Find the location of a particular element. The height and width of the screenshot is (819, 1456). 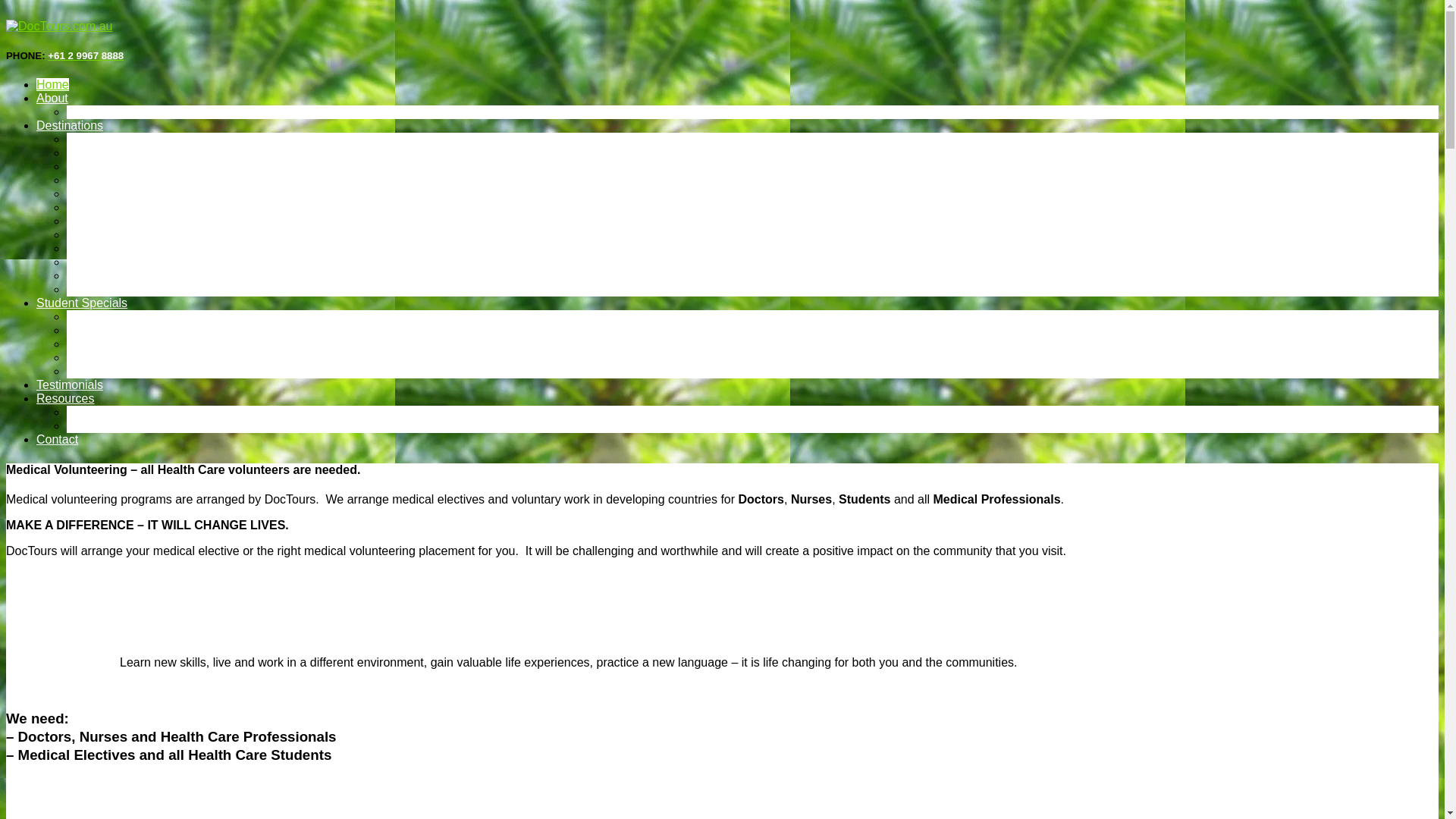

'Home' is located at coordinates (52, 84).